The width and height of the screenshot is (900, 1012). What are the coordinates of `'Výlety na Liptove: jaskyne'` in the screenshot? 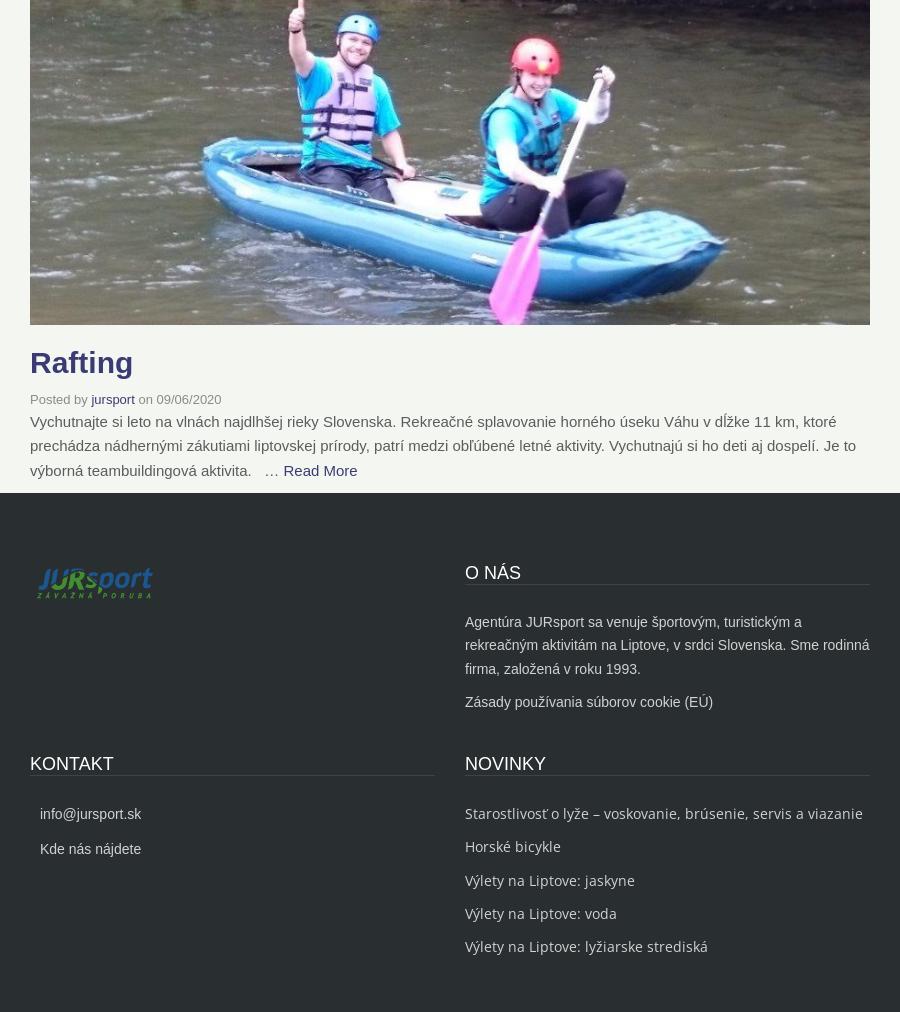 It's located at (548, 878).